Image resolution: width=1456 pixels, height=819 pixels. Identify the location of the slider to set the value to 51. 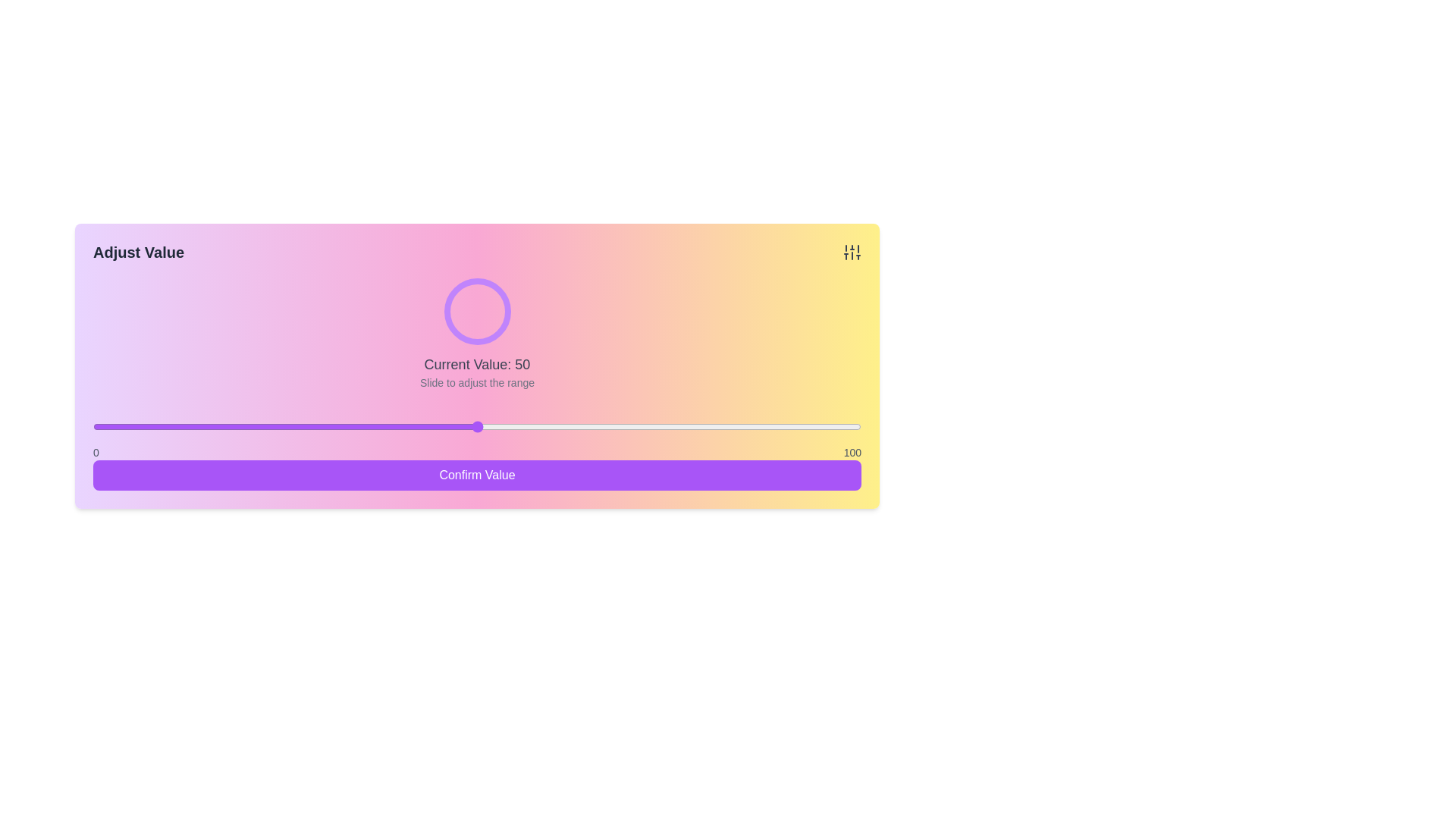
(484, 427).